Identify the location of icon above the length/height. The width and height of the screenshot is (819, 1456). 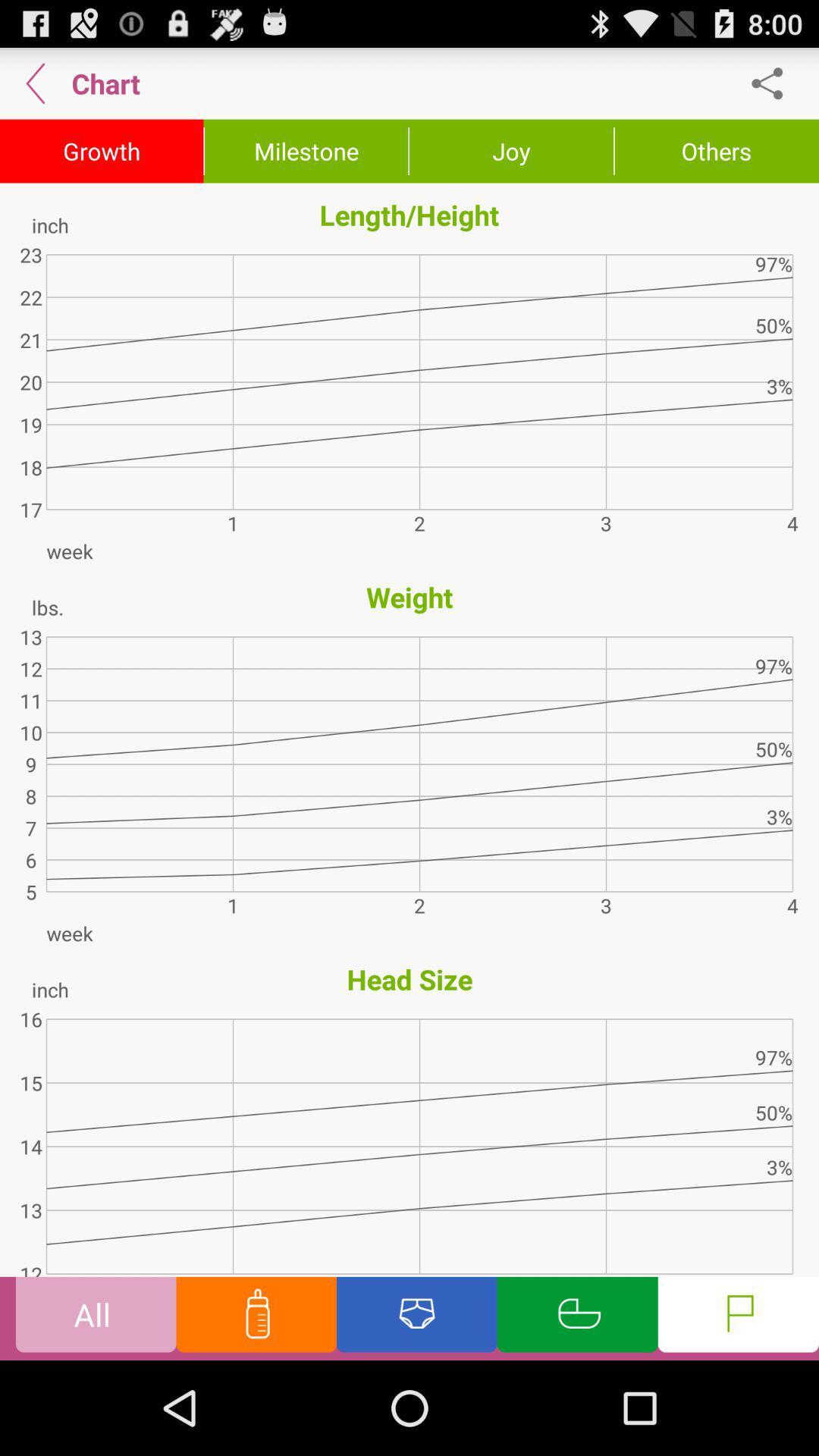
(717, 151).